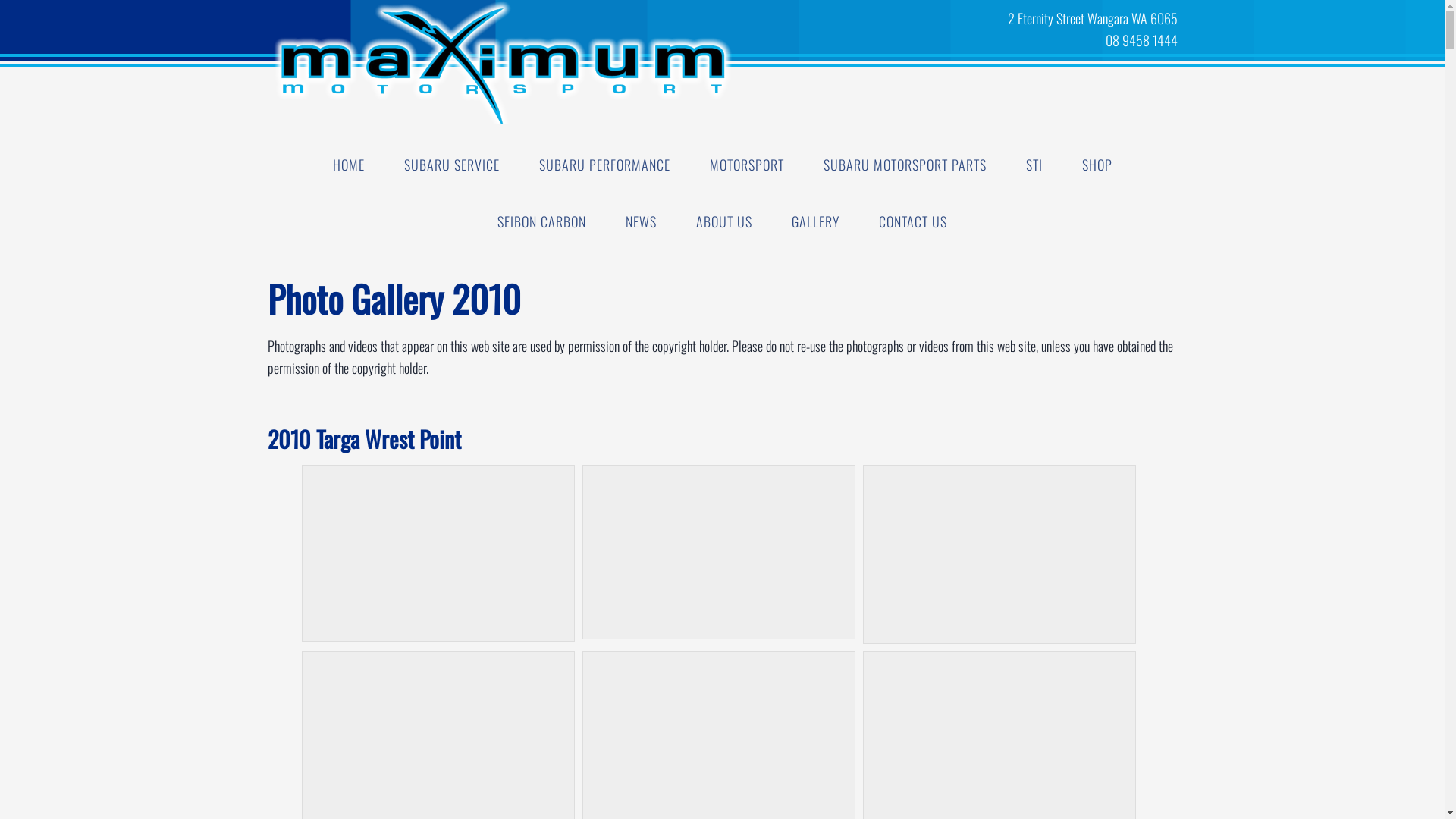 Image resolution: width=1456 pixels, height=819 pixels. Describe the element at coordinates (804, 165) in the screenshot. I see `'SUBARU MOTORSPORT PARTS'` at that location.